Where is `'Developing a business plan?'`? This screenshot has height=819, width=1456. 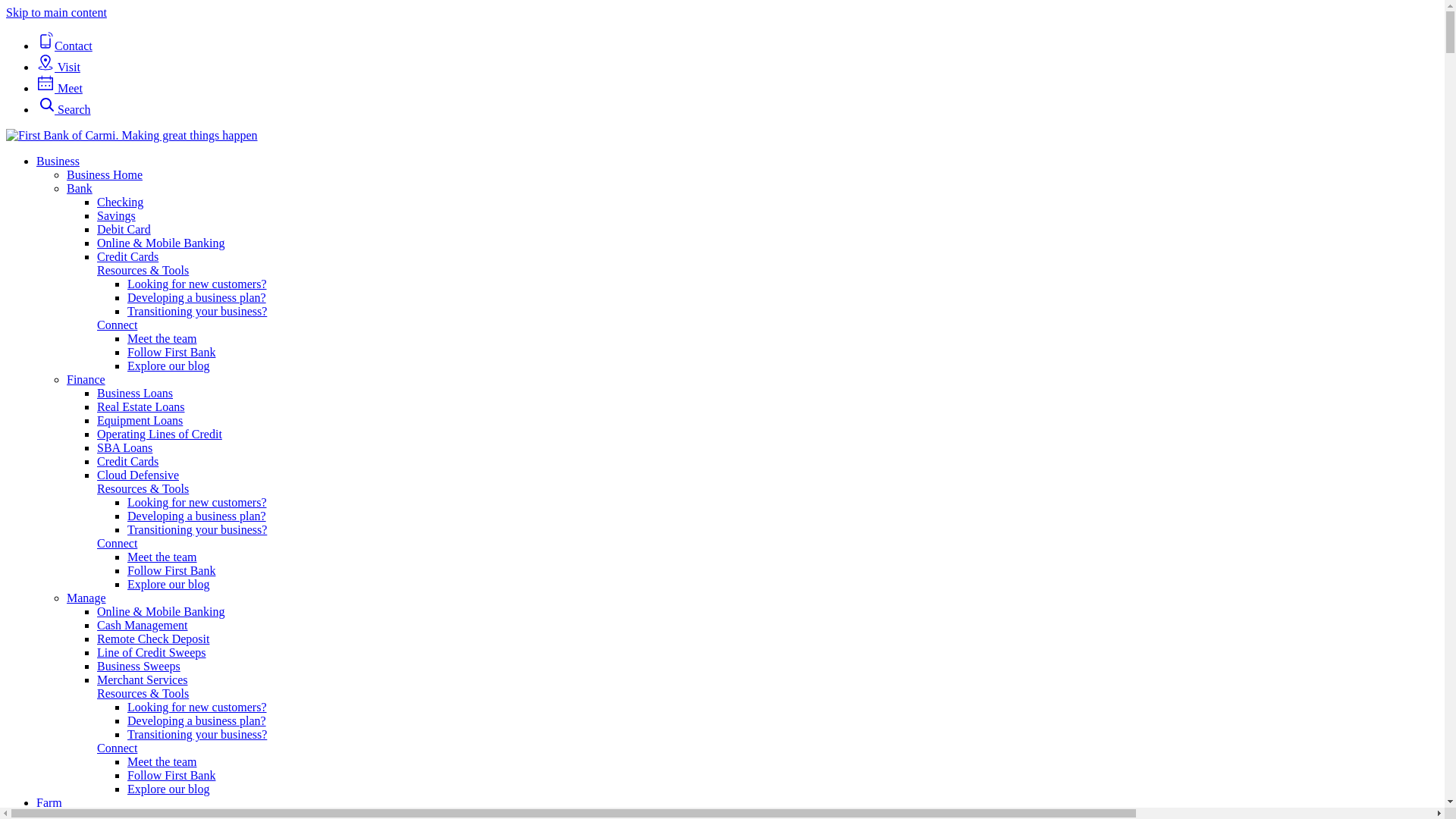
'Developing a business plan?' is located at coordinates (196, 515).